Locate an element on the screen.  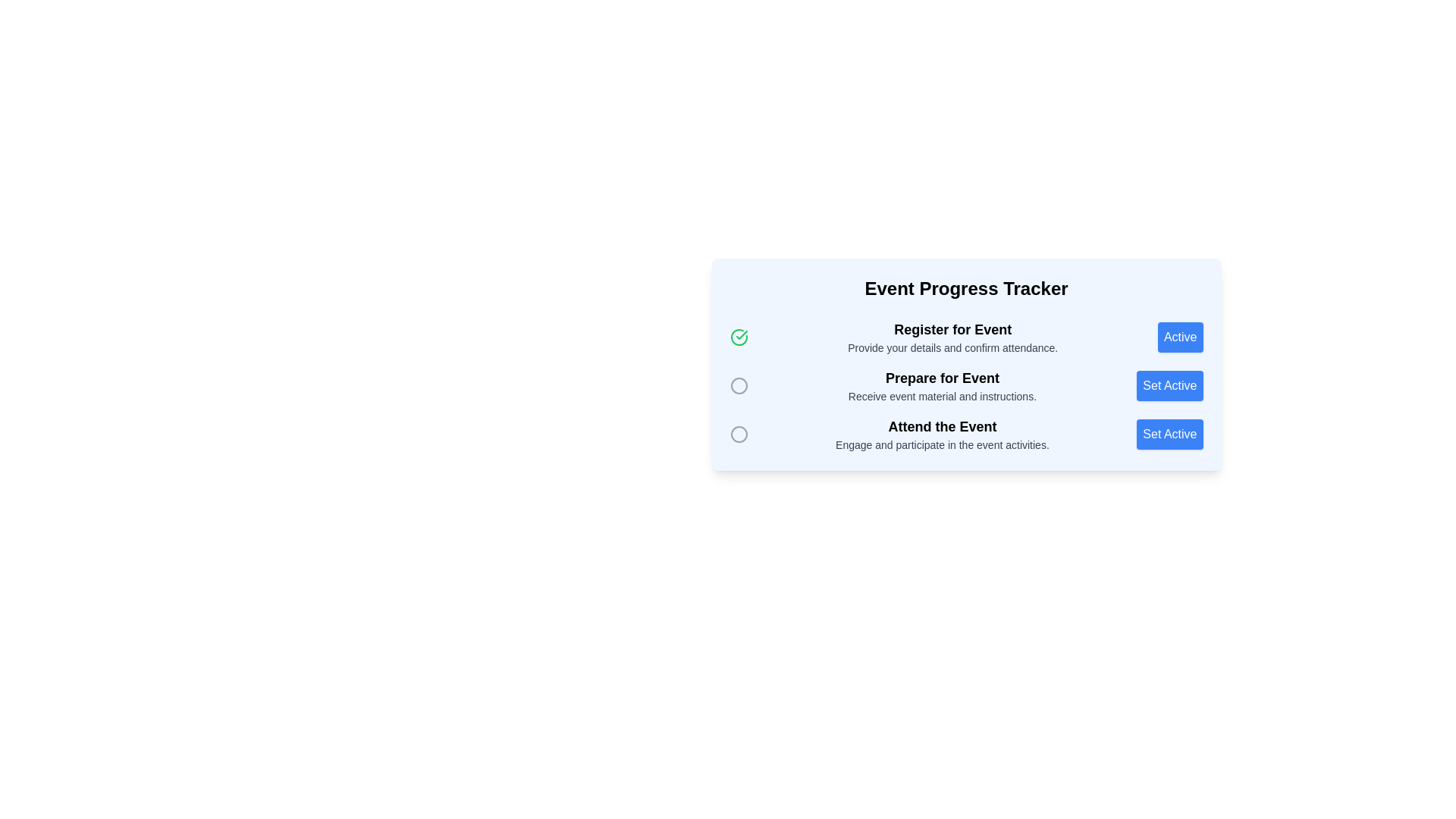
the second circular status indicator in the progress tracker for the 'Prepare for Event' step is located at coordinates (739, 385).